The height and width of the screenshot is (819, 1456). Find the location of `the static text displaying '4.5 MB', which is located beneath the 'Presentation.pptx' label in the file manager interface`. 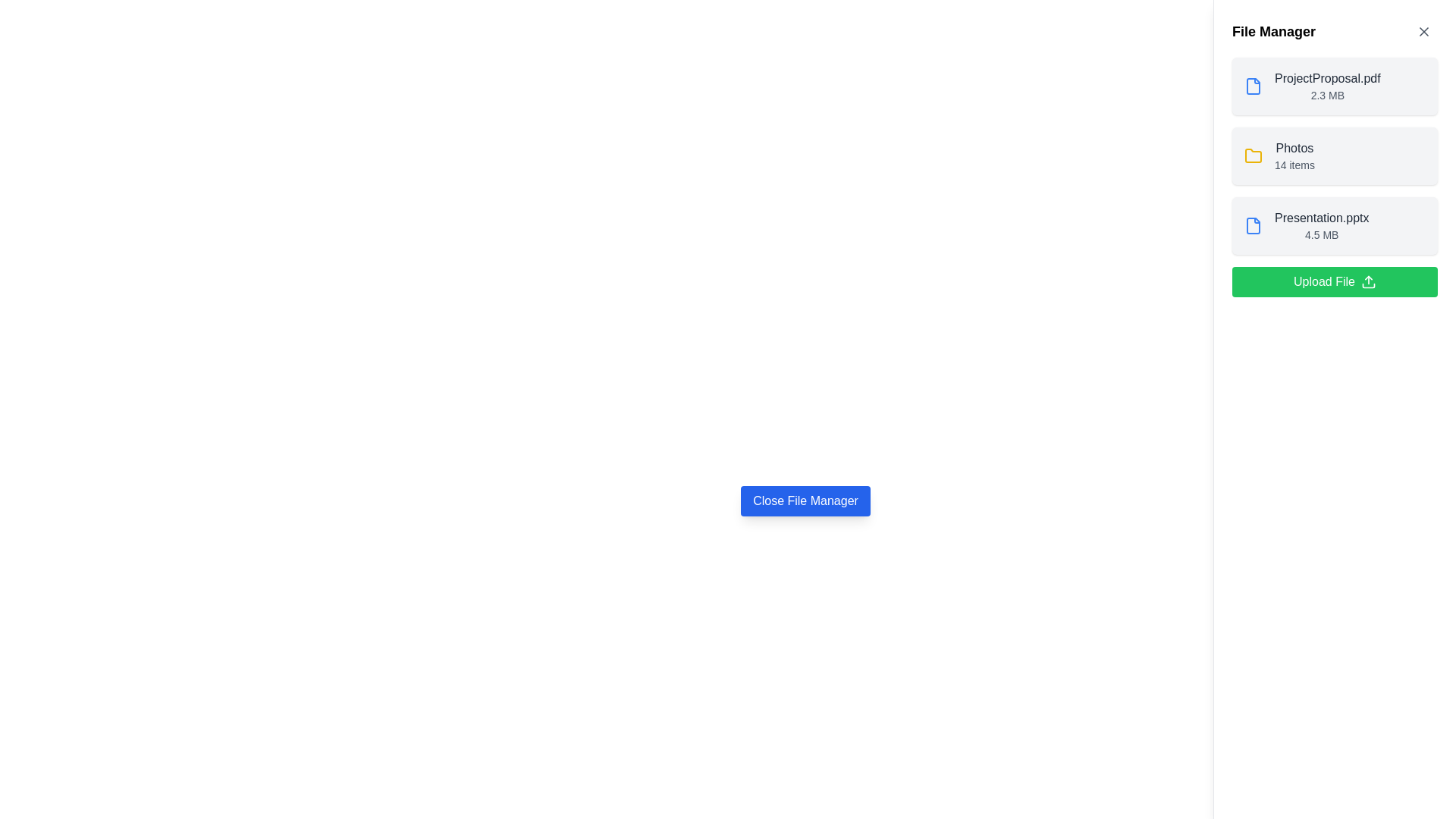

the static text displaying '4.5 MB', which is located beneath the 'Presentation.pptx' label in the file manager interface is located at coordinates (1321, 234).